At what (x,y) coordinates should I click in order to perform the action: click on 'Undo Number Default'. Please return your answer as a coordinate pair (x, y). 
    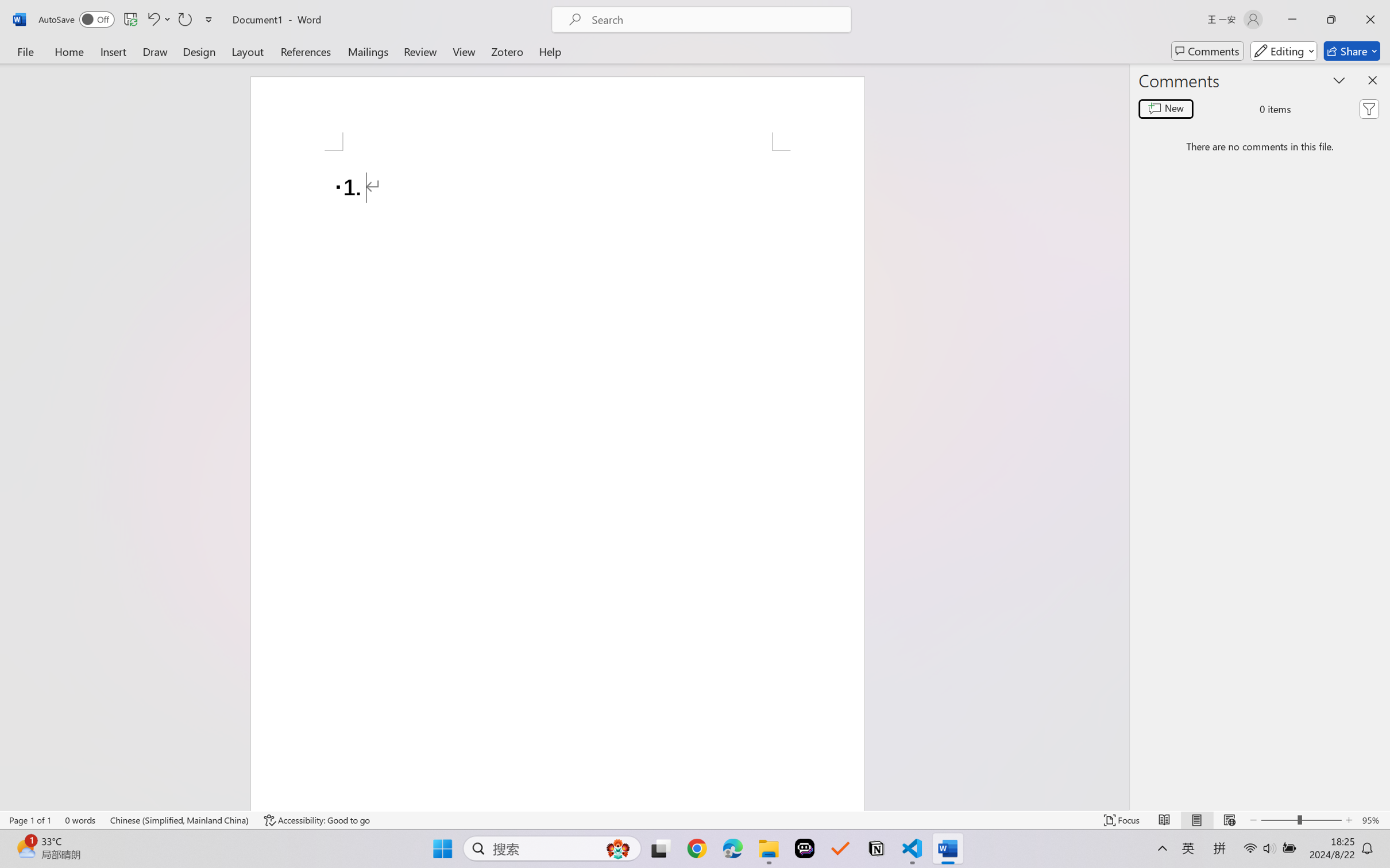
    Looking at the image, I should click on (152, 19).